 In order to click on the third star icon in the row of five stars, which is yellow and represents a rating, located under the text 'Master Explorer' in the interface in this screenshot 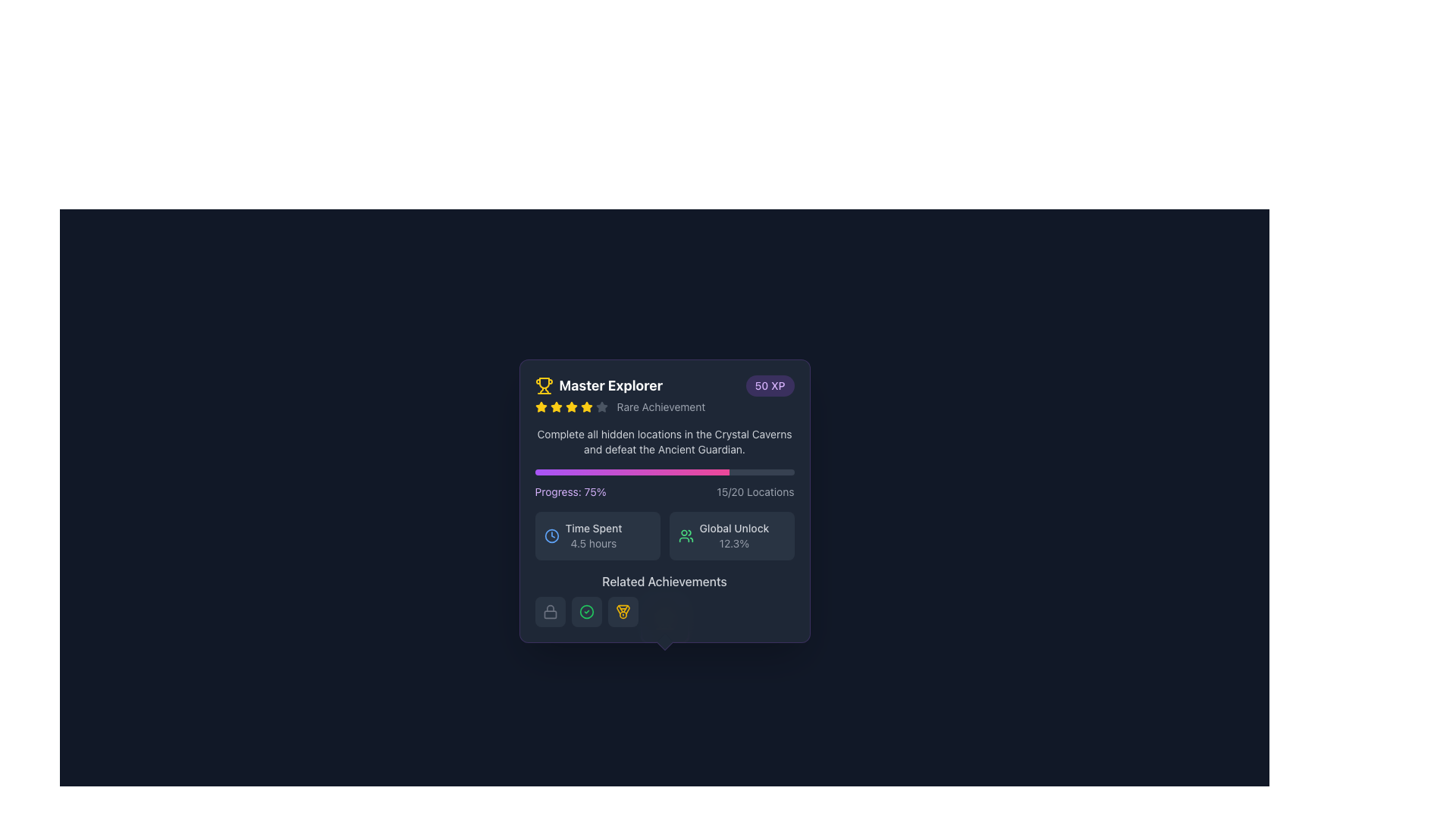, I will do `click(541, 406)`.